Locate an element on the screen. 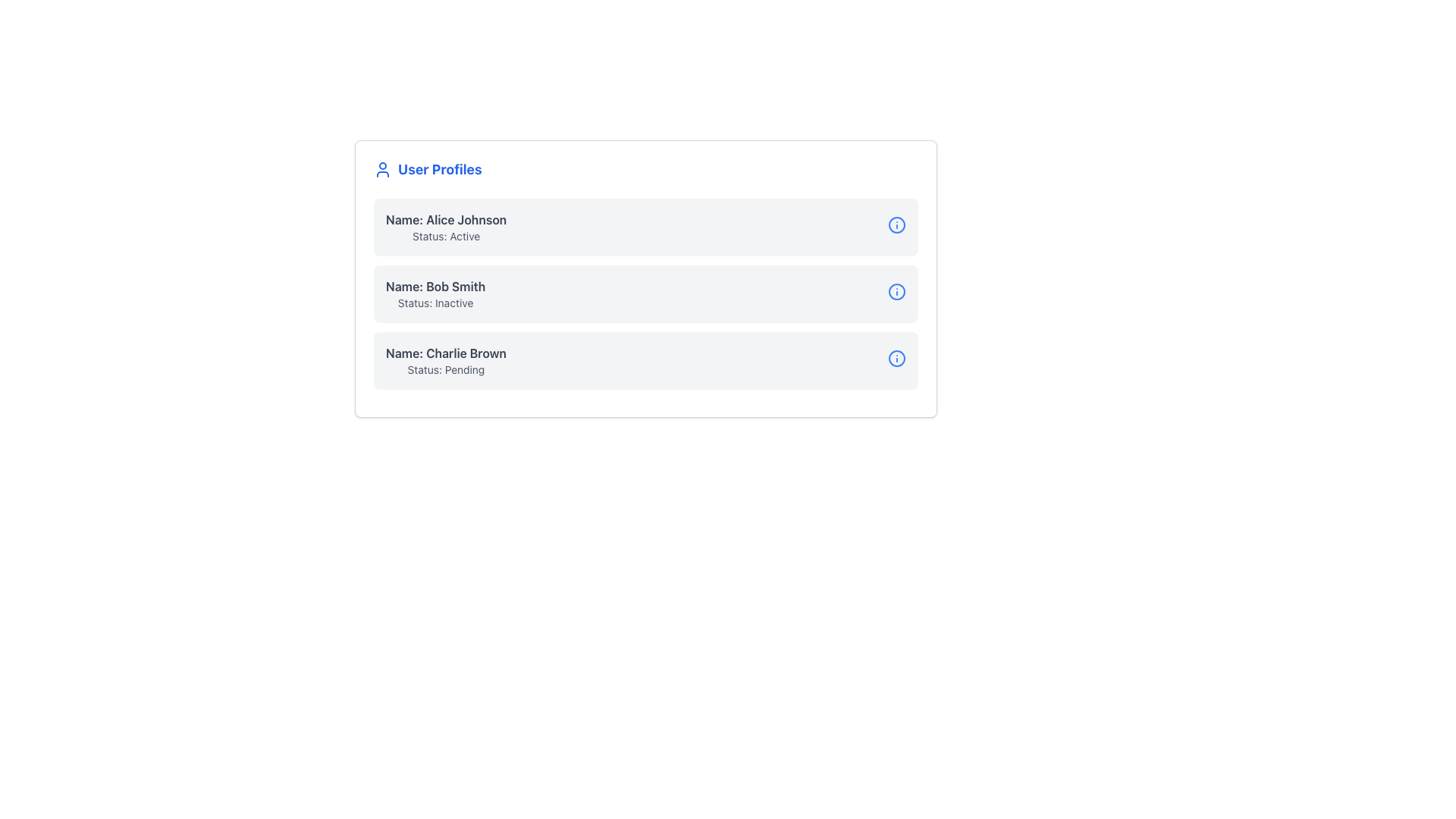 The width and height of the screenshot is (1456, 819). the 'User Profiles' text label, which is bold and large with blue font, located near the top-left corner of the content area adjacent to a user silhouette icon is located at coordinates (439, 169).